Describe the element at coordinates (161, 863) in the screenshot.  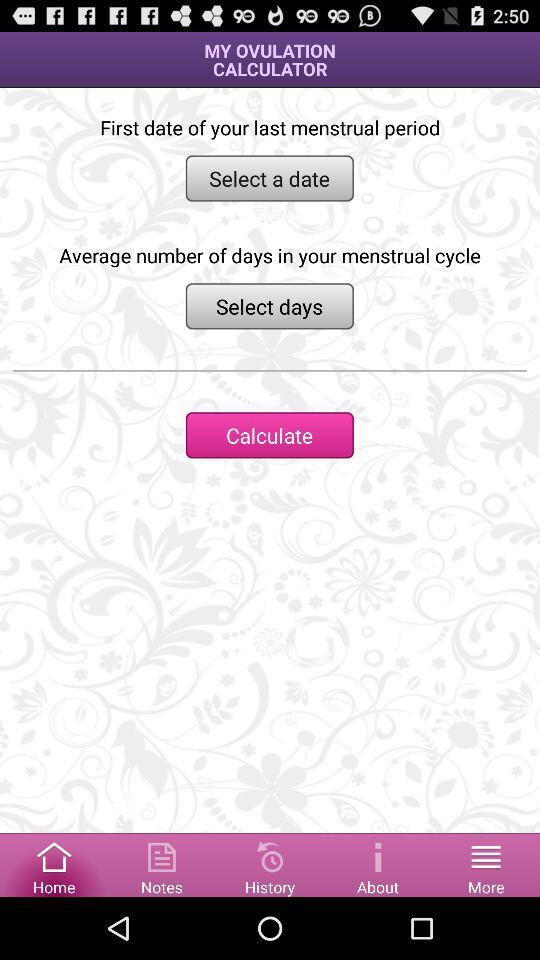
I see `notes tab` at that location.